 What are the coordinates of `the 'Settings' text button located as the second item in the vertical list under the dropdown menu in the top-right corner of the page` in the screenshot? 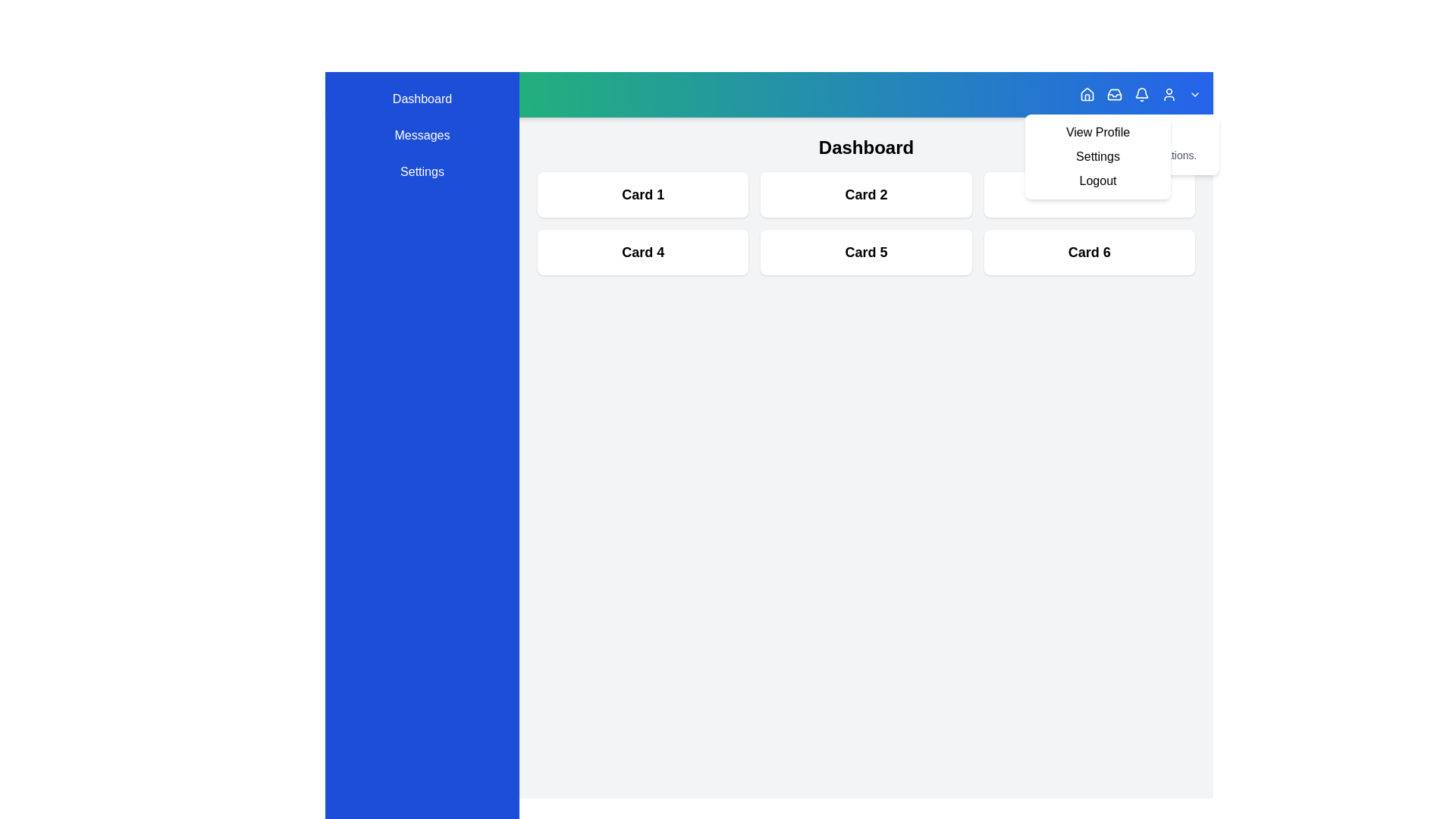 It's located at (1098, 157).